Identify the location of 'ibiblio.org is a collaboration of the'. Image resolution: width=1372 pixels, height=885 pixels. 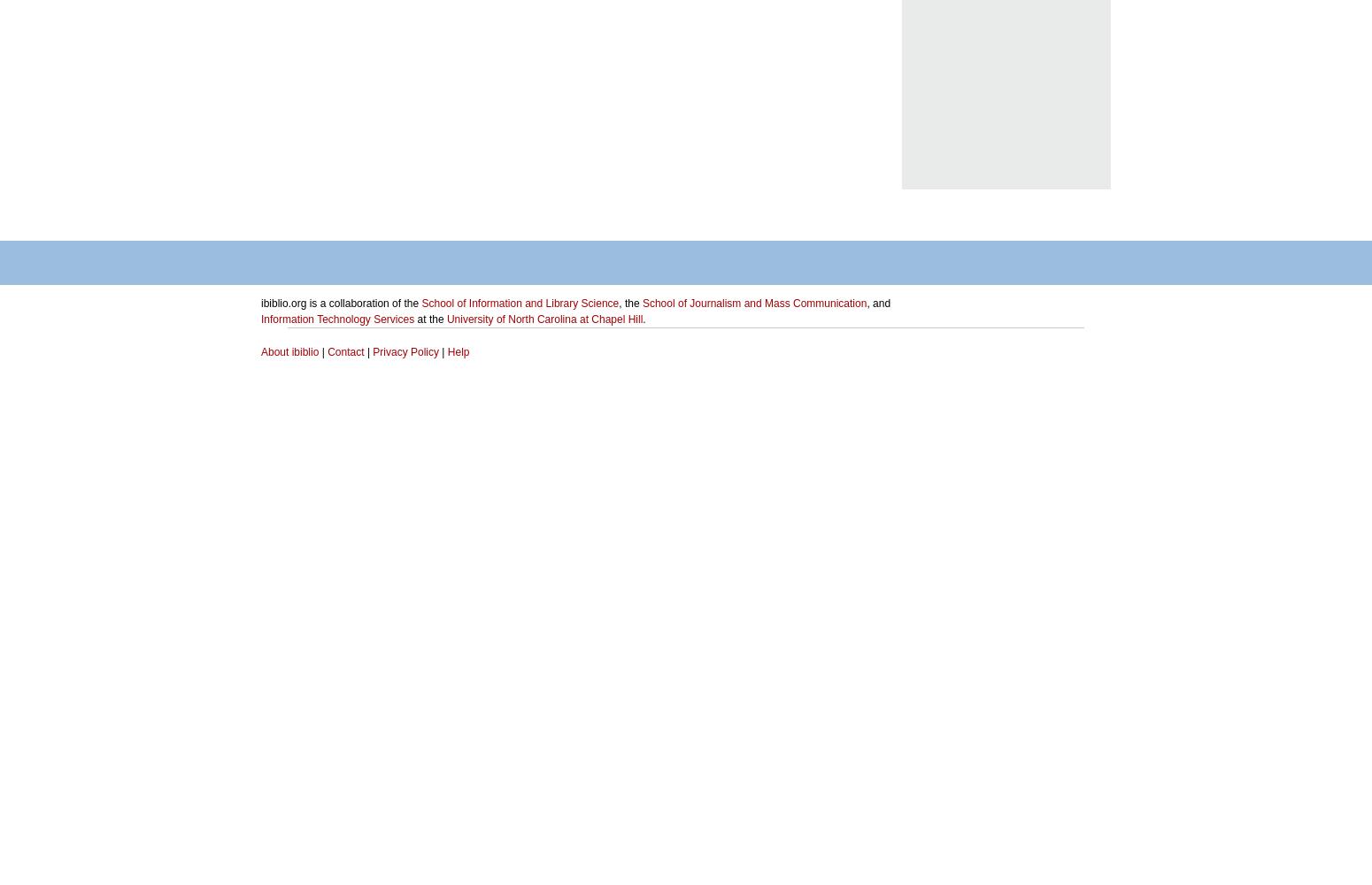
(340, 303).